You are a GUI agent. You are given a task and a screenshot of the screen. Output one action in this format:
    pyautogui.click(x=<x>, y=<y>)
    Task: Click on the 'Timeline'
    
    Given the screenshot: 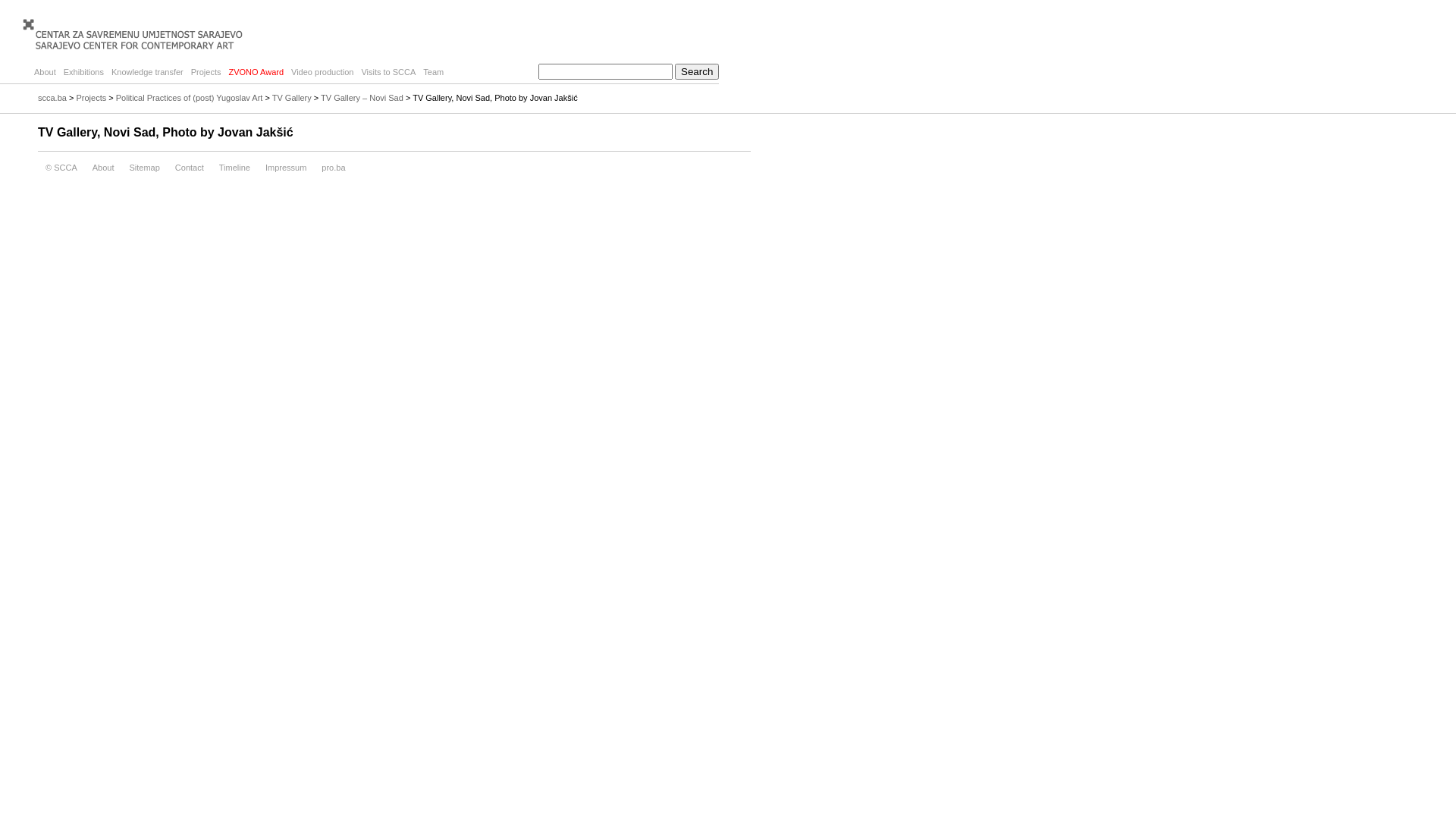 What is the action you would take?
    pyautogui.click(x=210, y=167)
    